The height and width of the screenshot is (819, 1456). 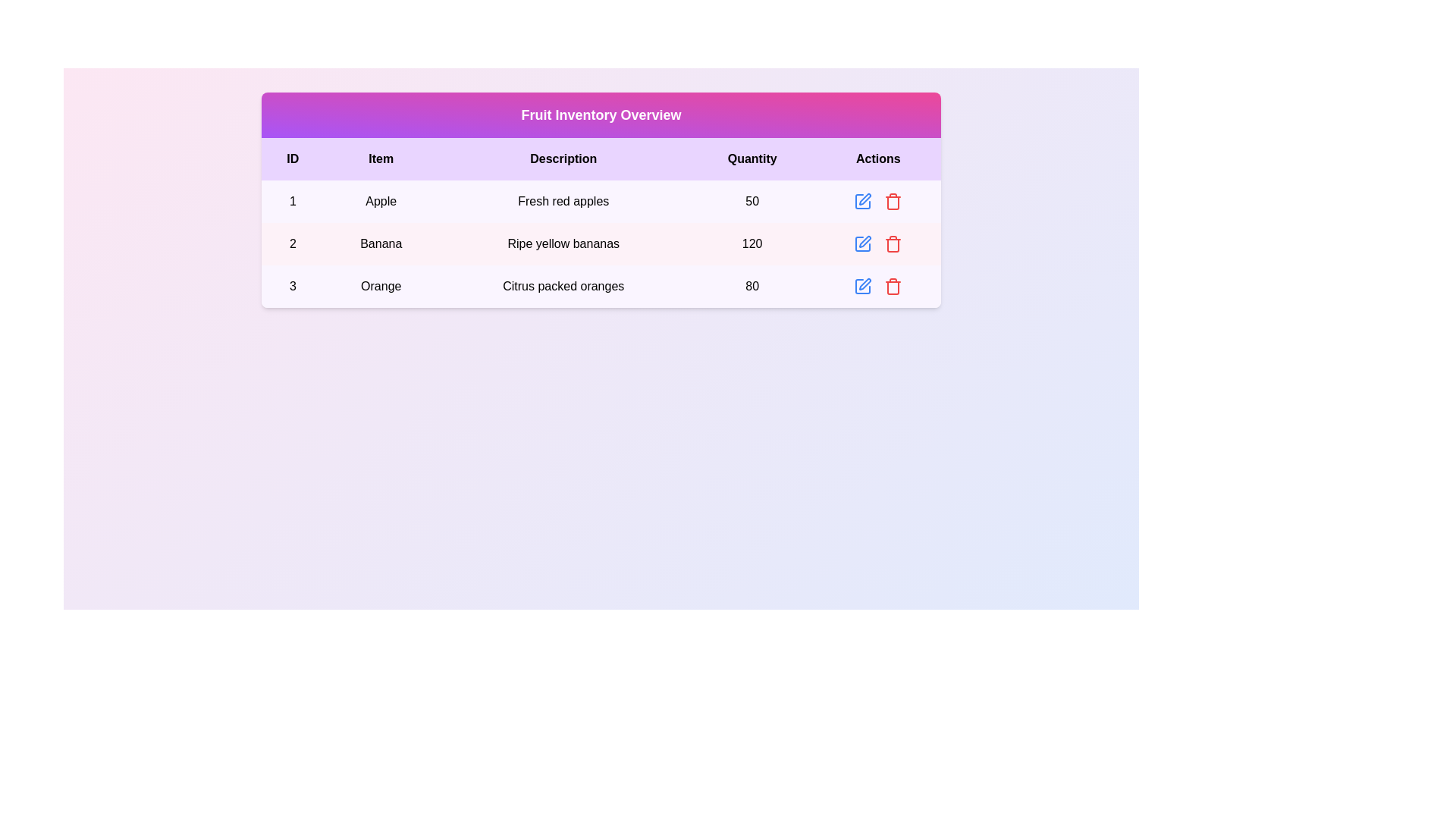 I want to click on the header text 'Fruit Inventory Overview' to observe any changes, so click(x=600, y=114).